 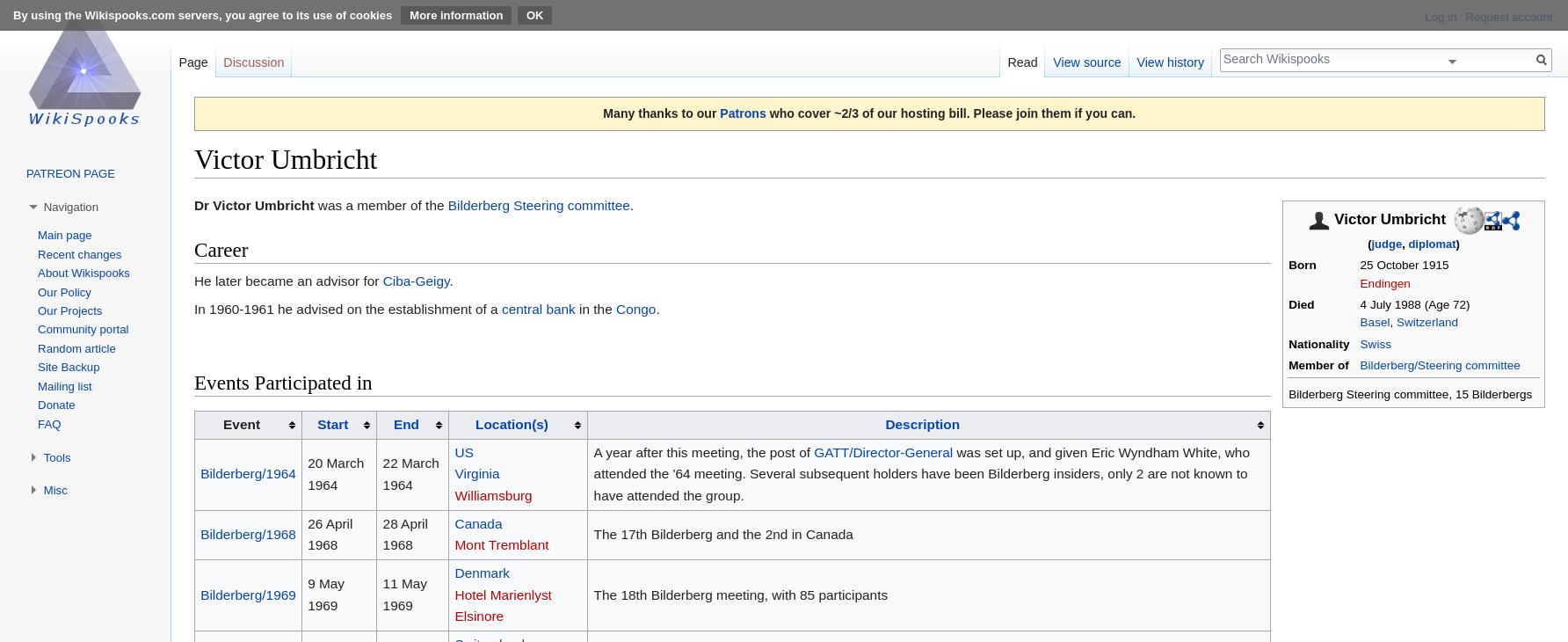 What do you see at coordinates (221, 249) in the screenshot?
I see `'Career'` at bounding box center [221, 249].